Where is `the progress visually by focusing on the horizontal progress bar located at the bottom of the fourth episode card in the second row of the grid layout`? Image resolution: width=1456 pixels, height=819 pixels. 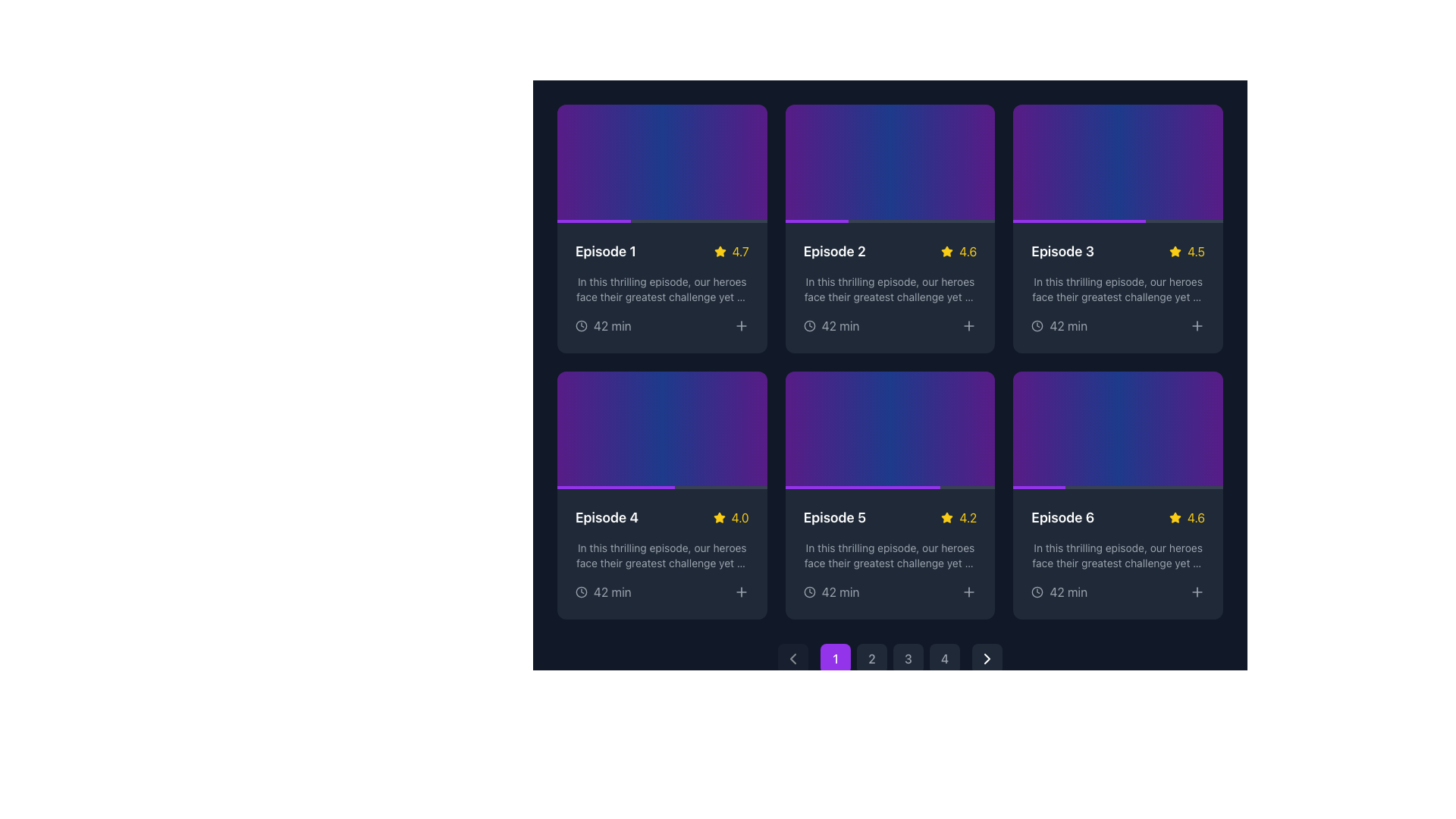
the progress visually by focusing on the horizontal progress bar located at the bottom of the fourth episode card in the second row of the grid layout is located at coordinates (662, 488).